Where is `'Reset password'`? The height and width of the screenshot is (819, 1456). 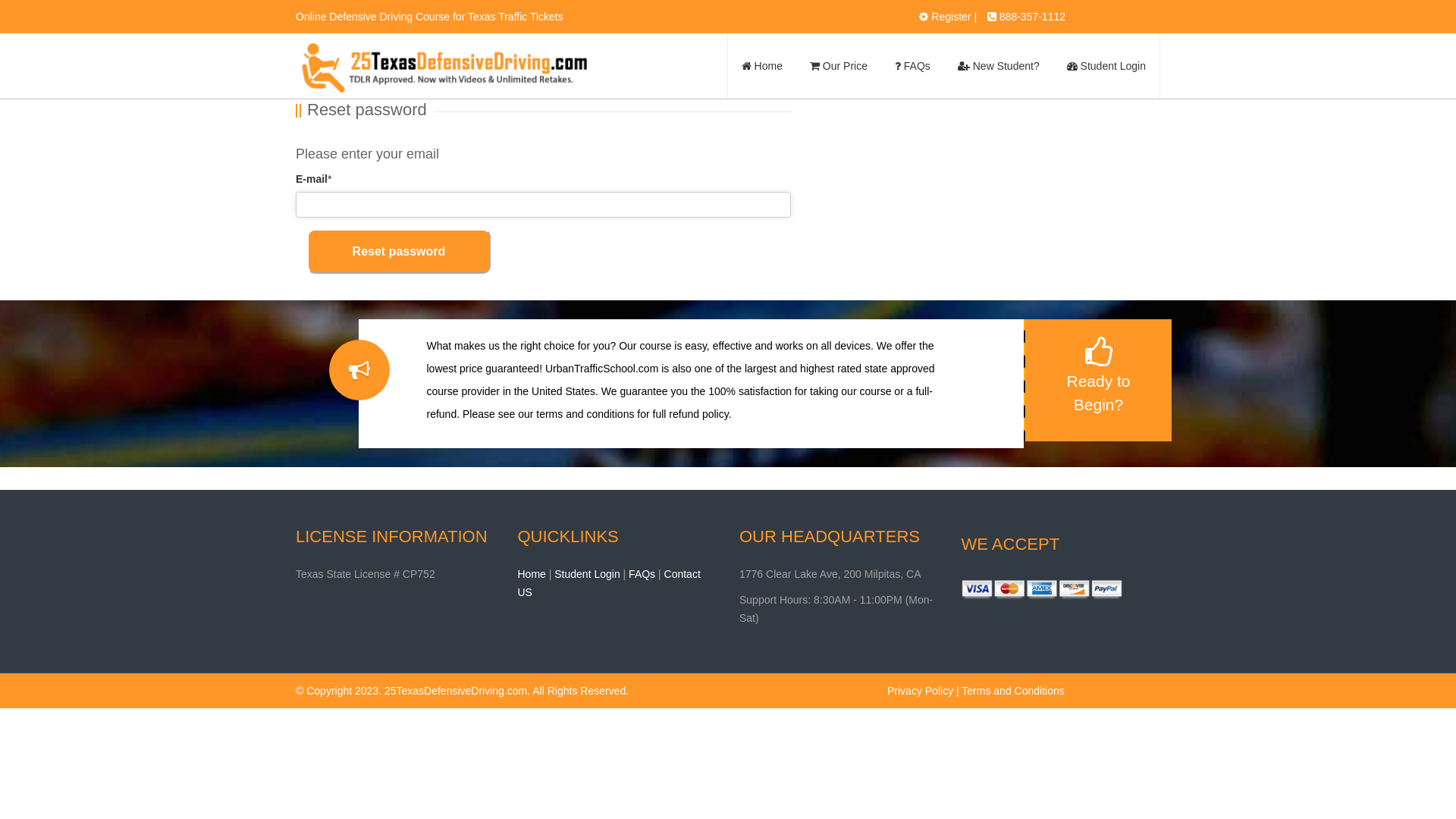 'Reset password' is located at coordinates (399, 250).